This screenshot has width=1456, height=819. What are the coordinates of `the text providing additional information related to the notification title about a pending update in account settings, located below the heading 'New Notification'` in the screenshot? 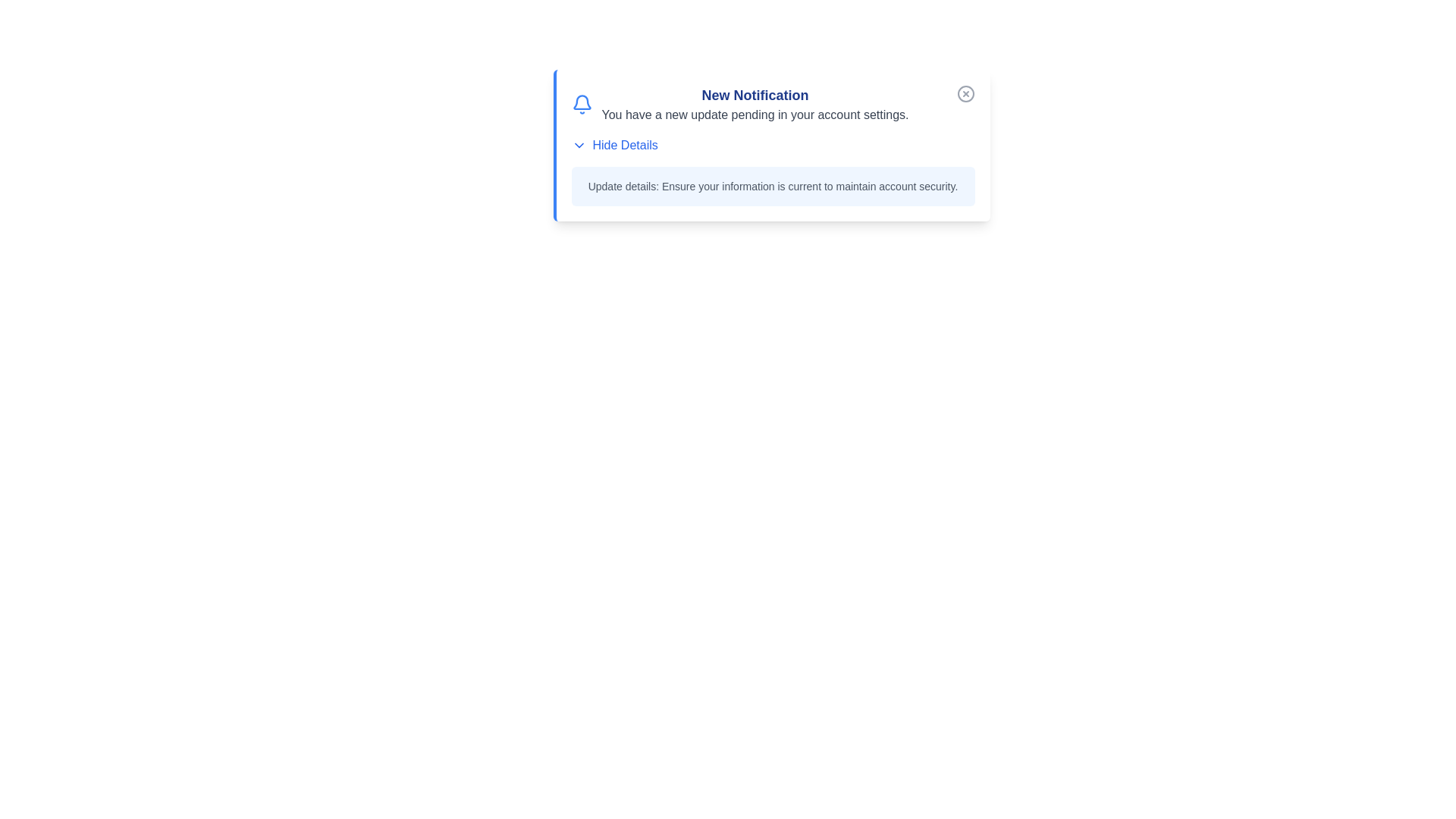 It's located at (755, 114).